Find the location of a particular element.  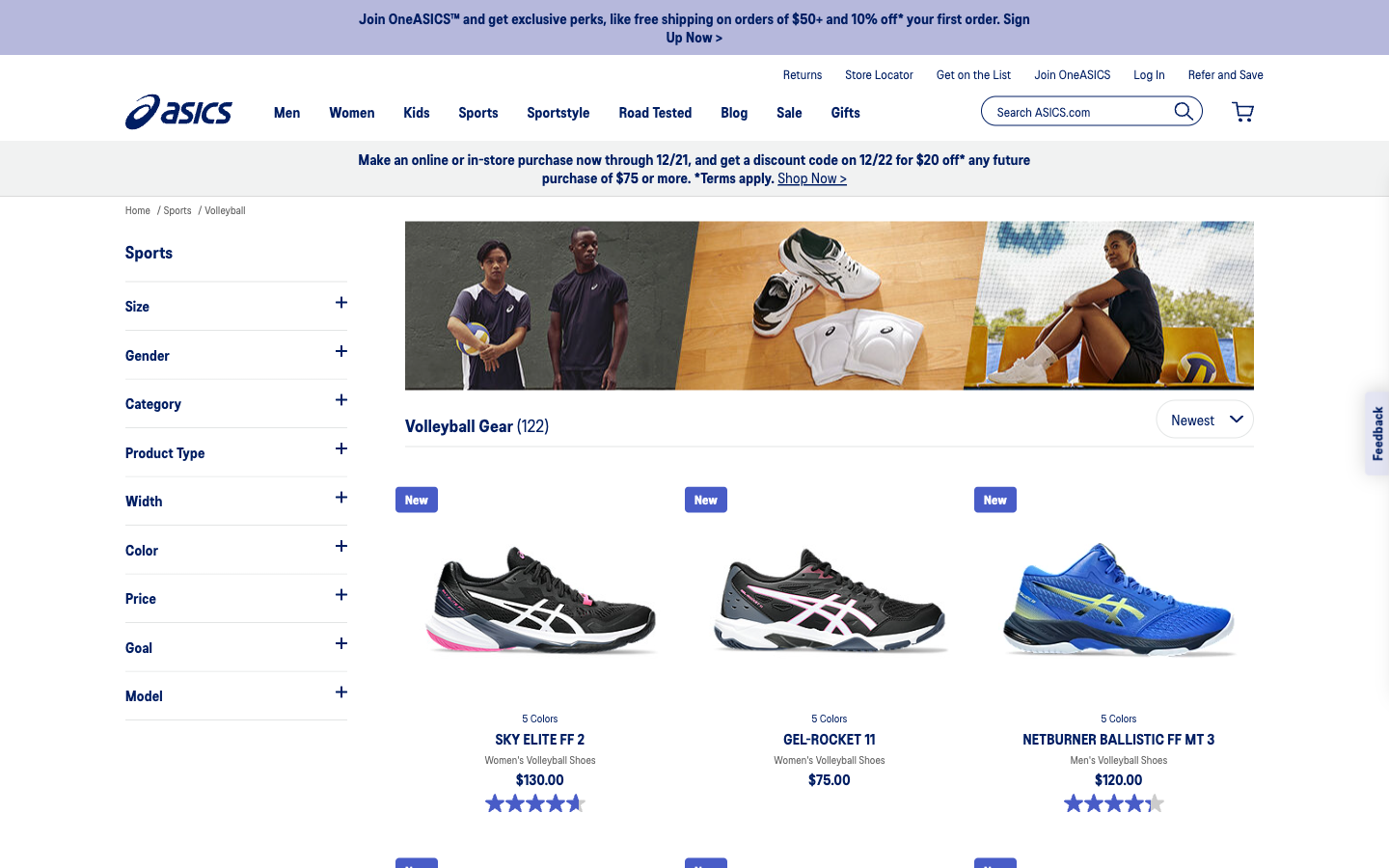

Filter the models by size of the shoes is located at coordinates (234, 304).